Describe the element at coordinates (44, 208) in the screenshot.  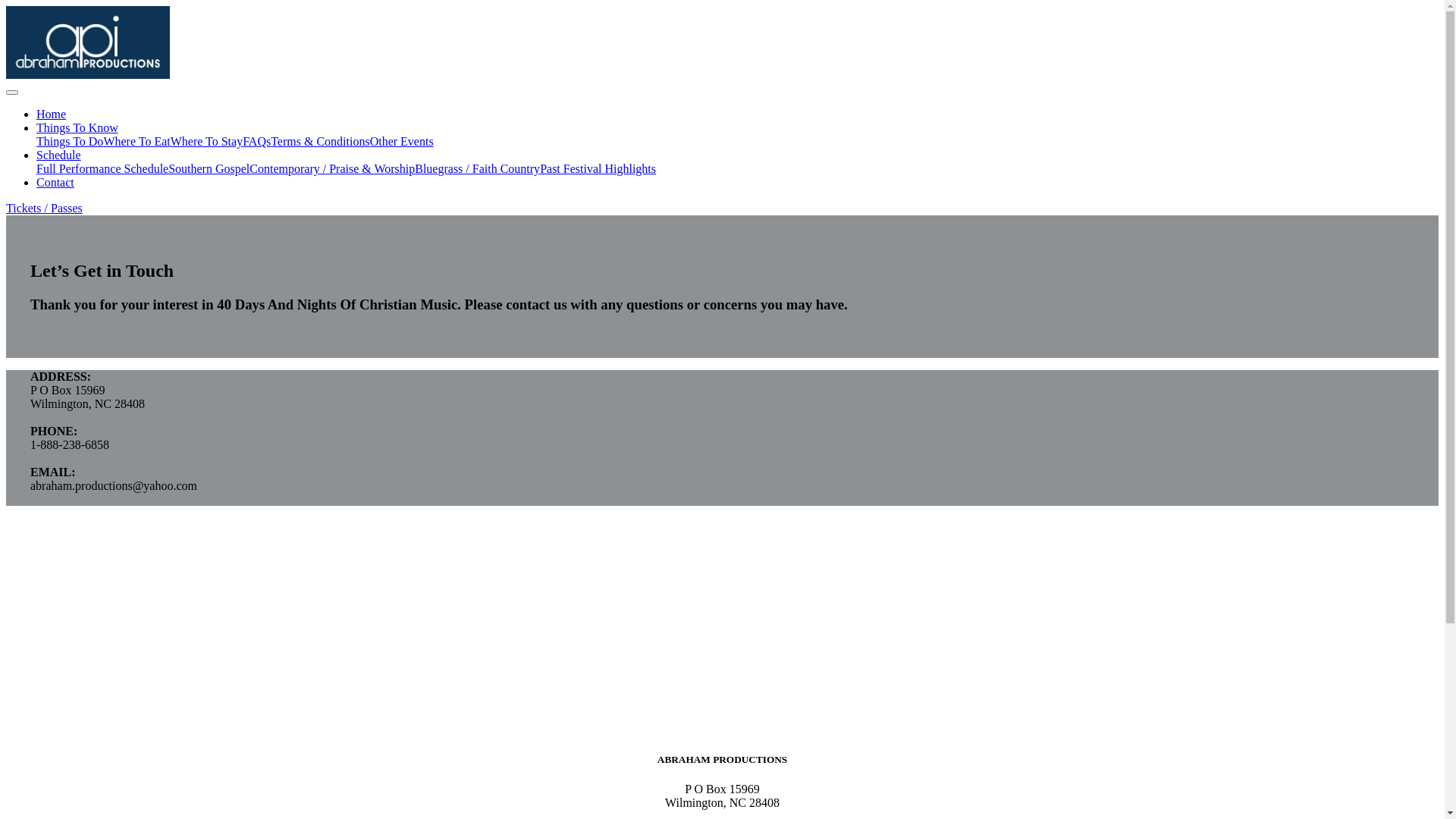
I see `'Tickets / Passes'` at that location.